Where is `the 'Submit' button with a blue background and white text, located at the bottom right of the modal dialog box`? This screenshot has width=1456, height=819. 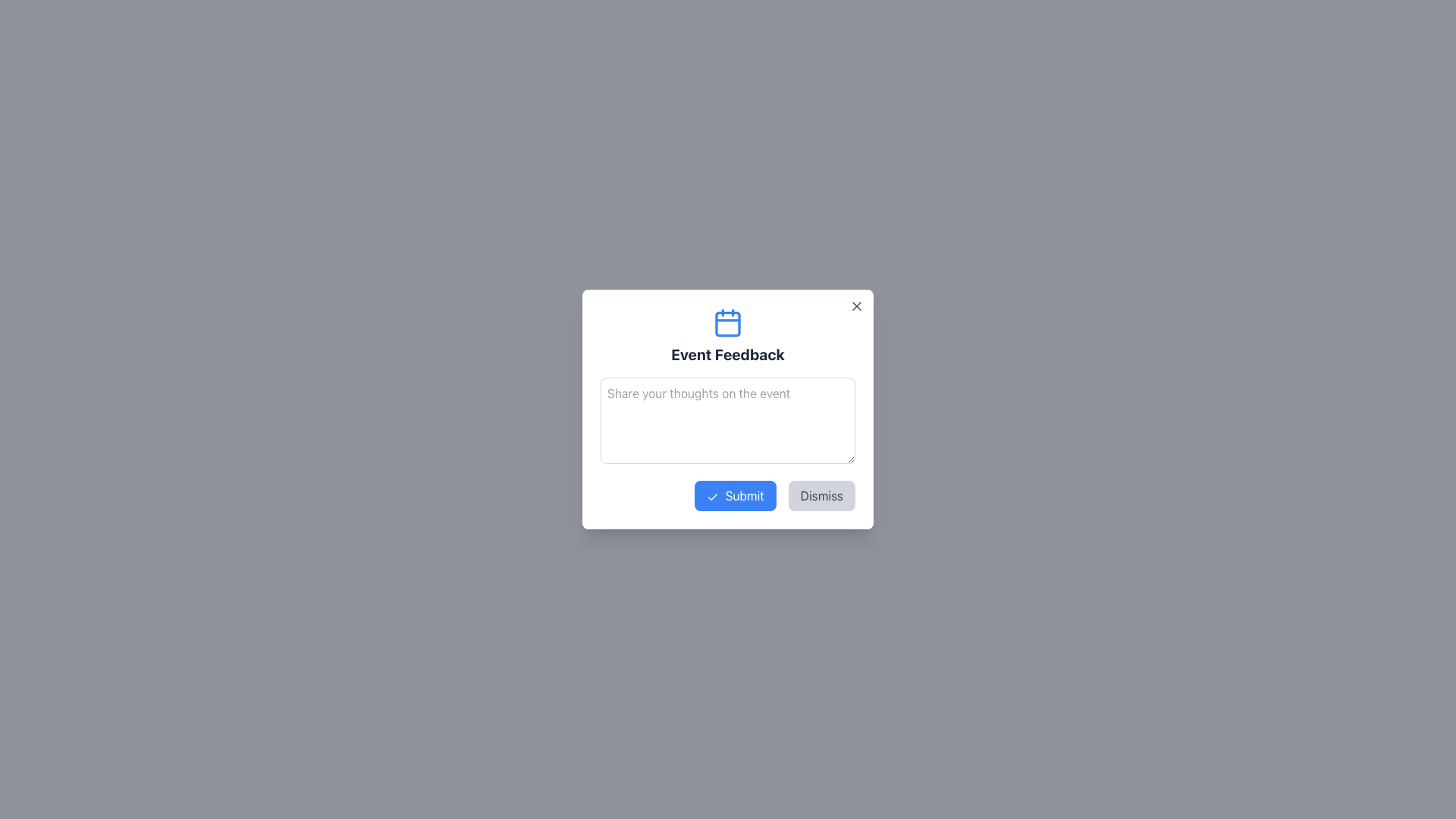
the 'Submit' button with a blue background and white text, located at the bottom right of the modal dialog box is located at coordinates (736, 496).